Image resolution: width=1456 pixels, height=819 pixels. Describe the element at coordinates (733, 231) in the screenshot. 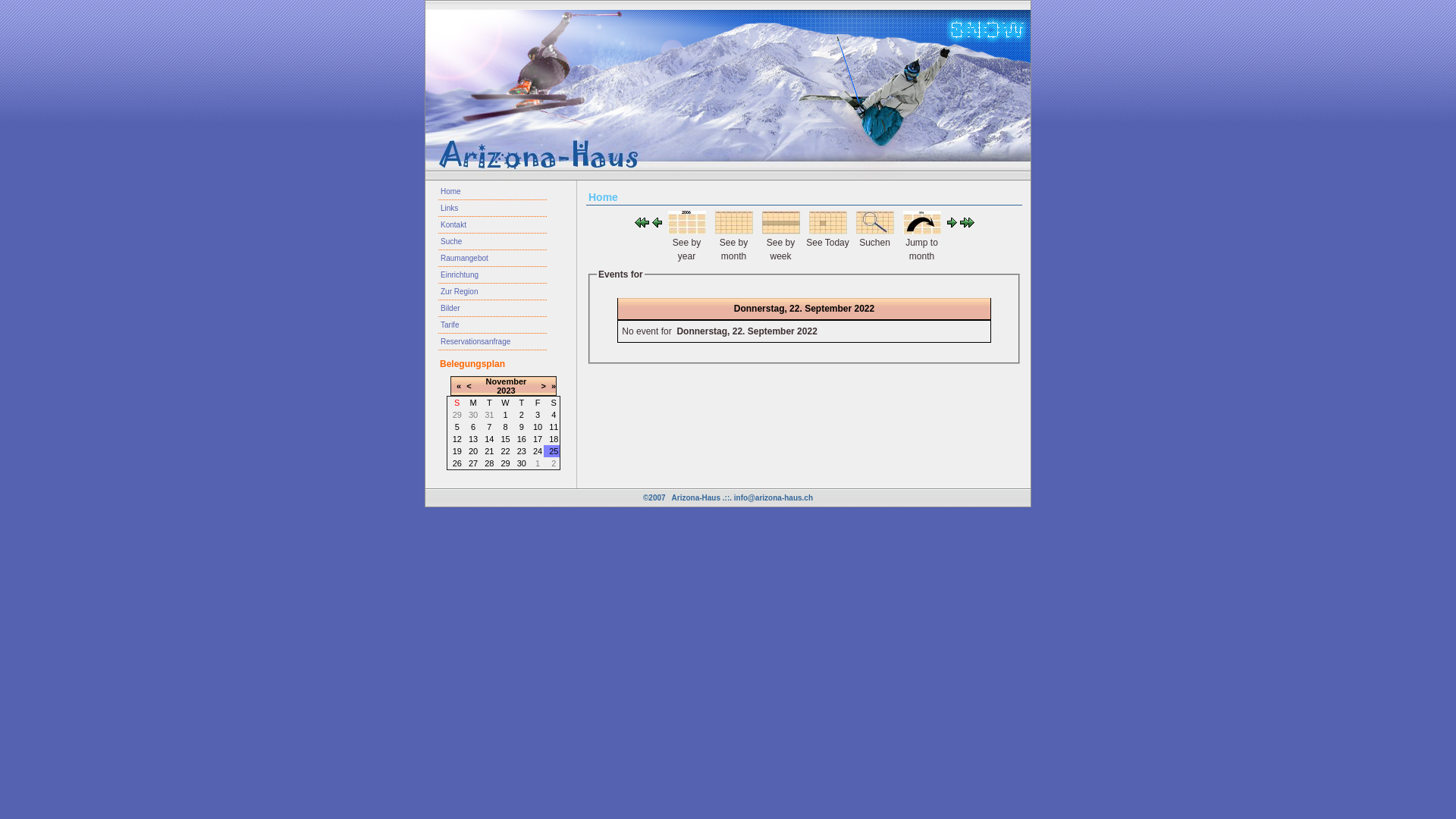

I see `'See by month'` at that location.